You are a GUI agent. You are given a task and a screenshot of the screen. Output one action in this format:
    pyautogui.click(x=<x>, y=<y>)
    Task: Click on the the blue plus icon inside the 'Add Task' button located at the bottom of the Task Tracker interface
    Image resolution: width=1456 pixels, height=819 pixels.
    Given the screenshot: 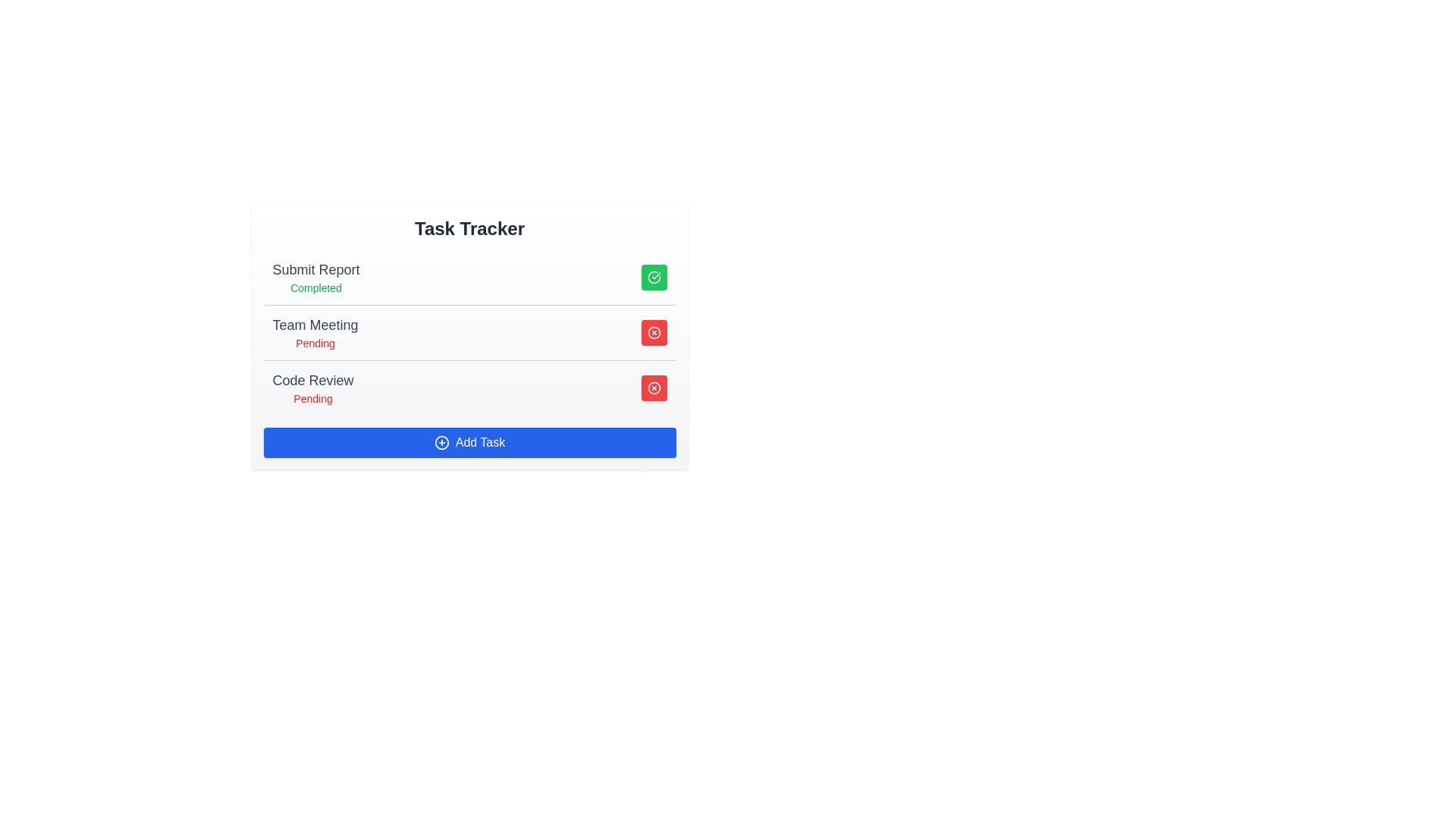 What is the action you would take?
    pyautogui.click(x=441, y=442)
    